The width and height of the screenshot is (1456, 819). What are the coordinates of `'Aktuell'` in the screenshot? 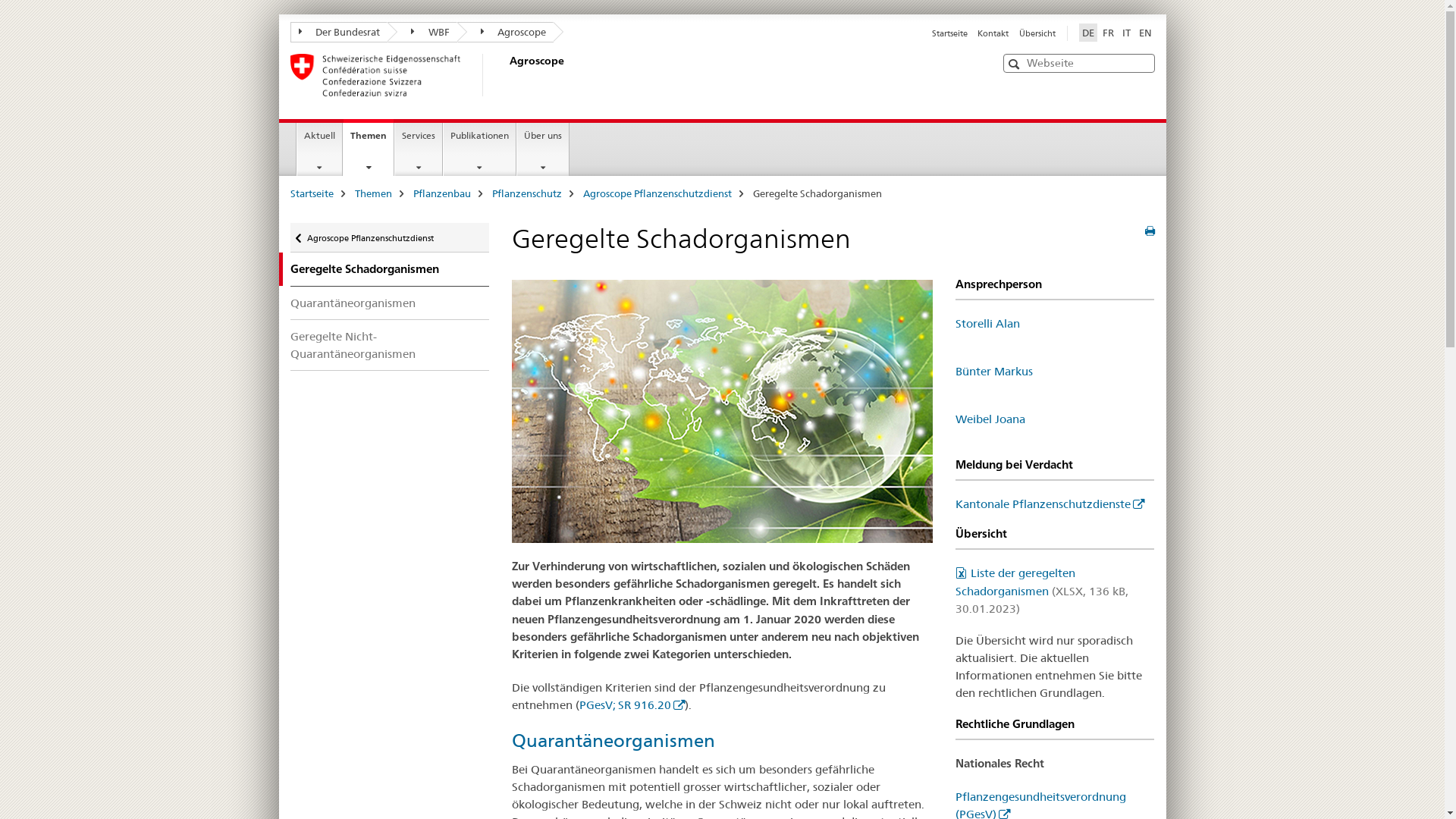 It's located at (318, 149).